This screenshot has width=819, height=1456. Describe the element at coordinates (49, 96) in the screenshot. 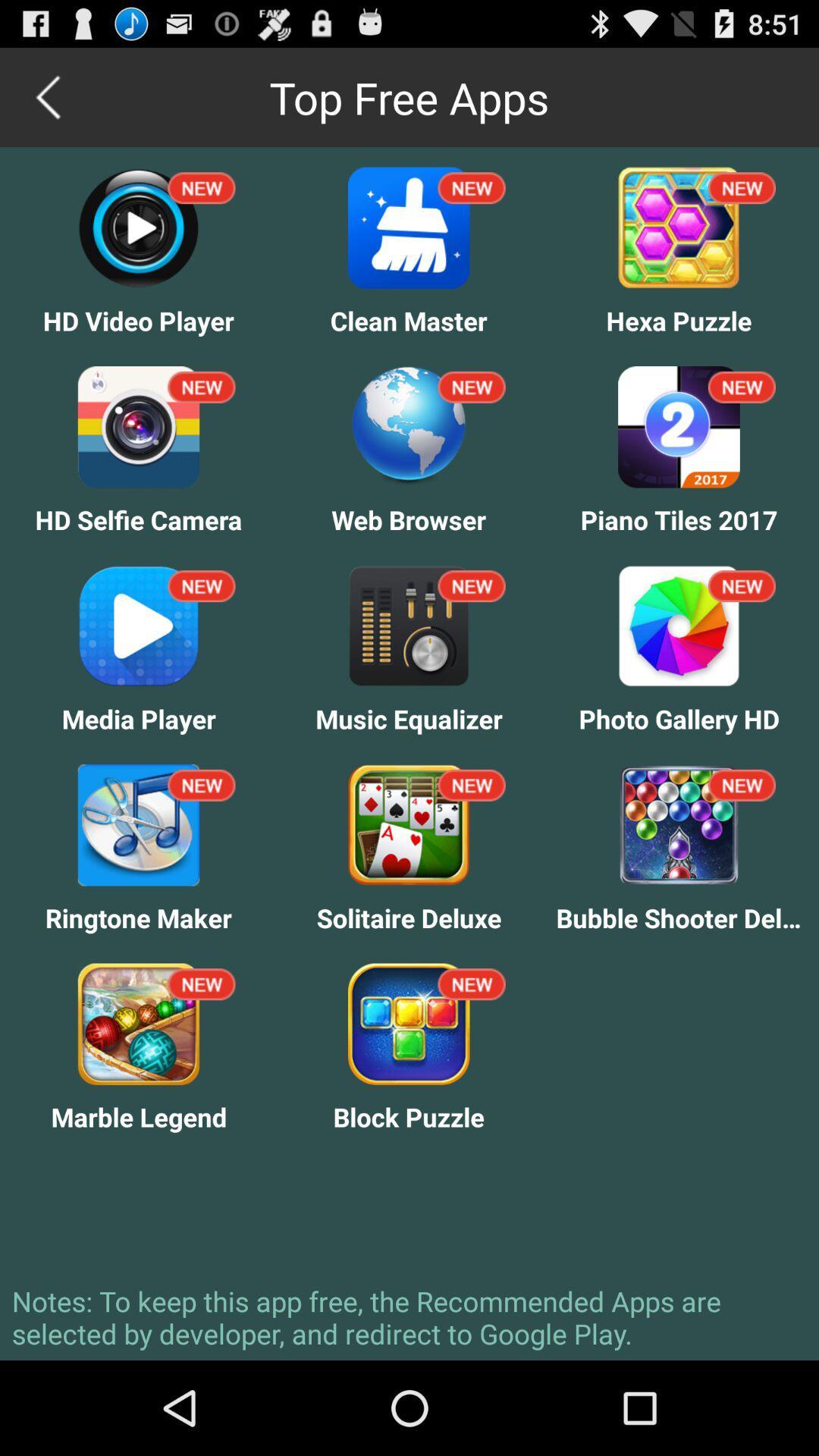

I see `icon next to the top free apps icon` at that location.